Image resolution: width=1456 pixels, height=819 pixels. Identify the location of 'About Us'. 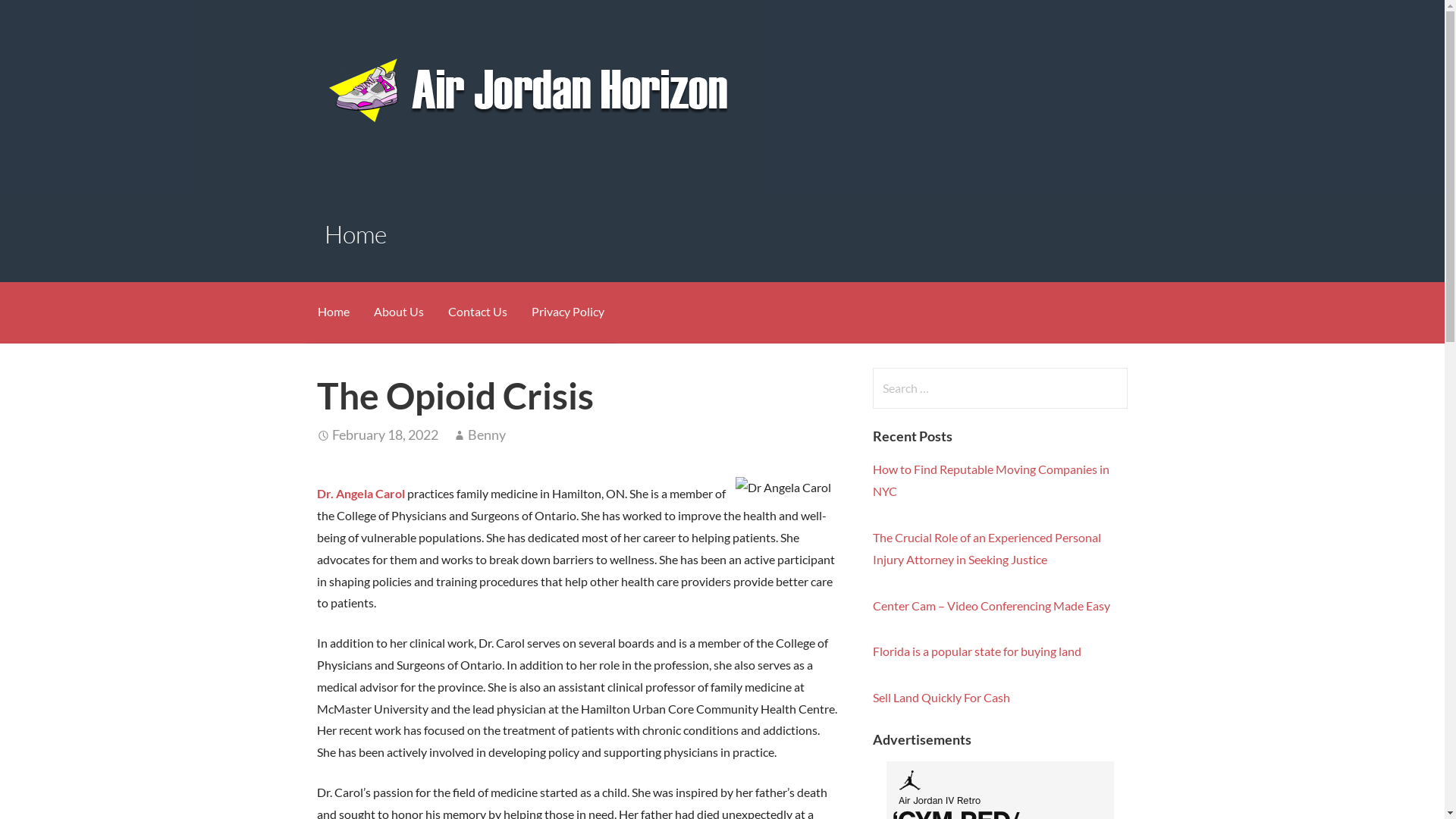
(397, 312).